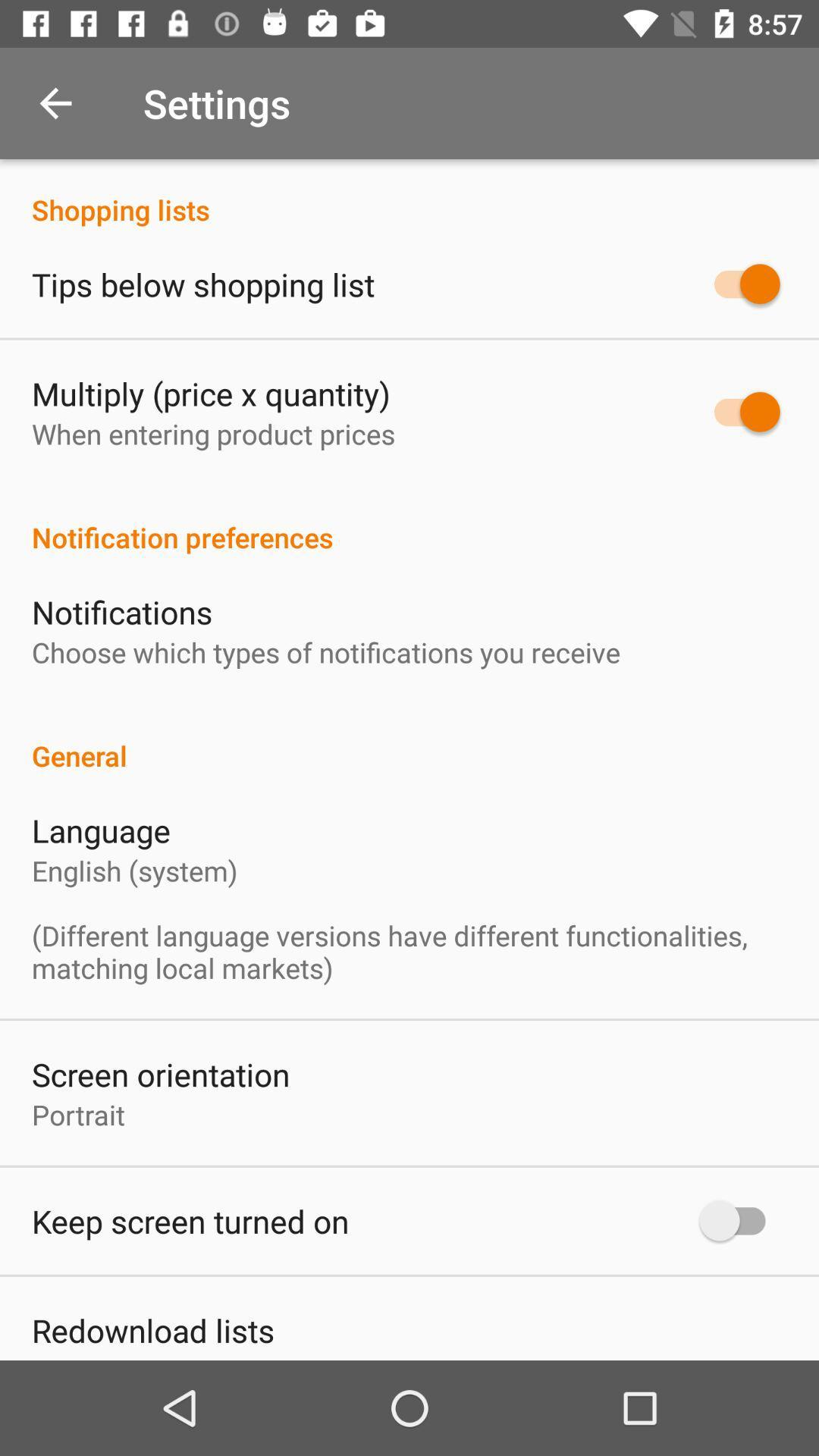  What do you see at coordinates (739, 284) in the screenshot?
I see `the first switch button` at bounding box center [739, 284].